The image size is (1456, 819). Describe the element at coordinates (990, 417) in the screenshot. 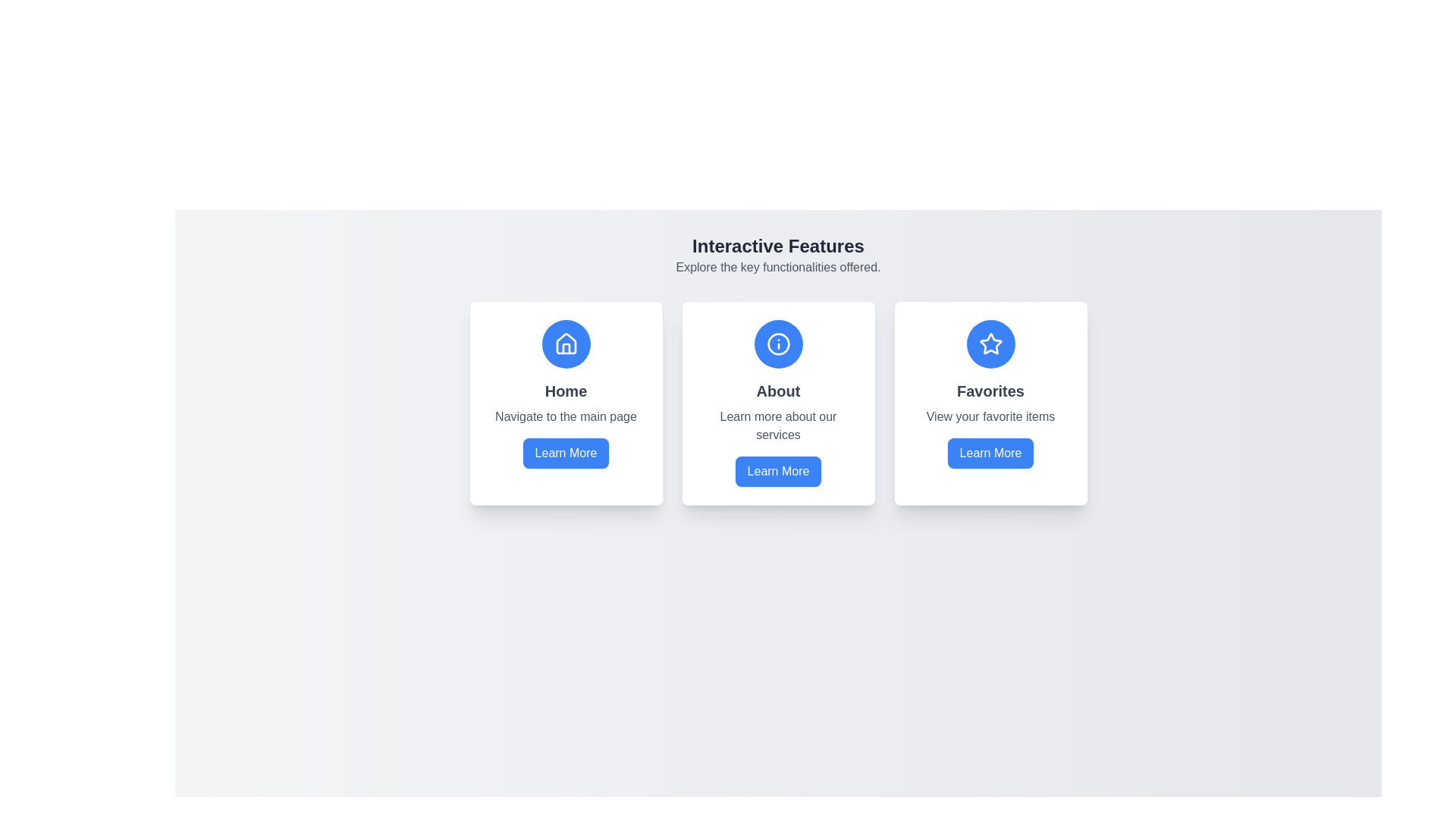

I see `the text element that reads 'View your favorite items.' which is styled in gray color, centered alignment, and located beneath the 'Favorites' heading in the third card` at that location.